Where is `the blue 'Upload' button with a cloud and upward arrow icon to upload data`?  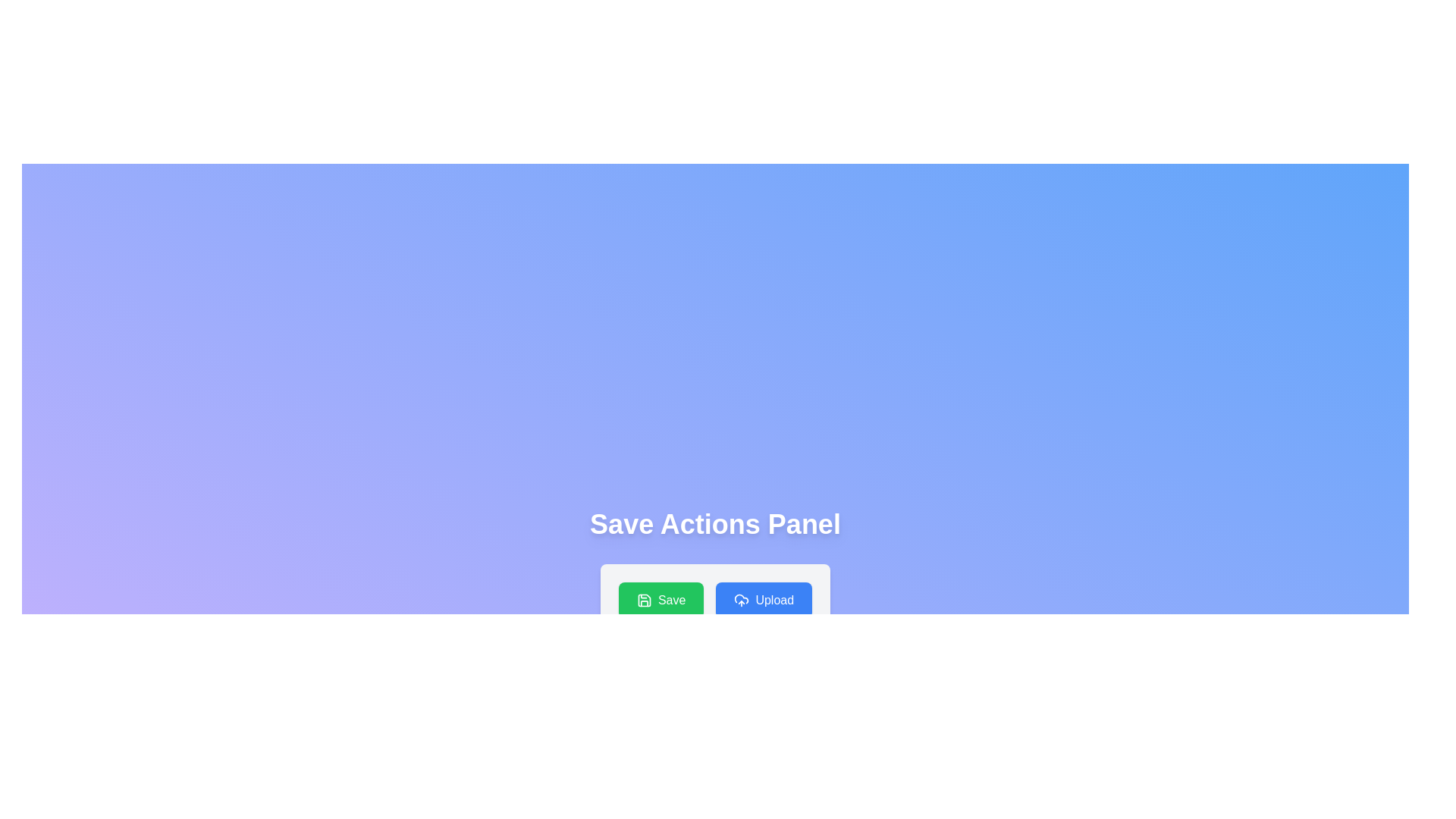
the blue 'Upload' button with a cloud and upward arrow icon to upload data is located at coordinates (764, 599).